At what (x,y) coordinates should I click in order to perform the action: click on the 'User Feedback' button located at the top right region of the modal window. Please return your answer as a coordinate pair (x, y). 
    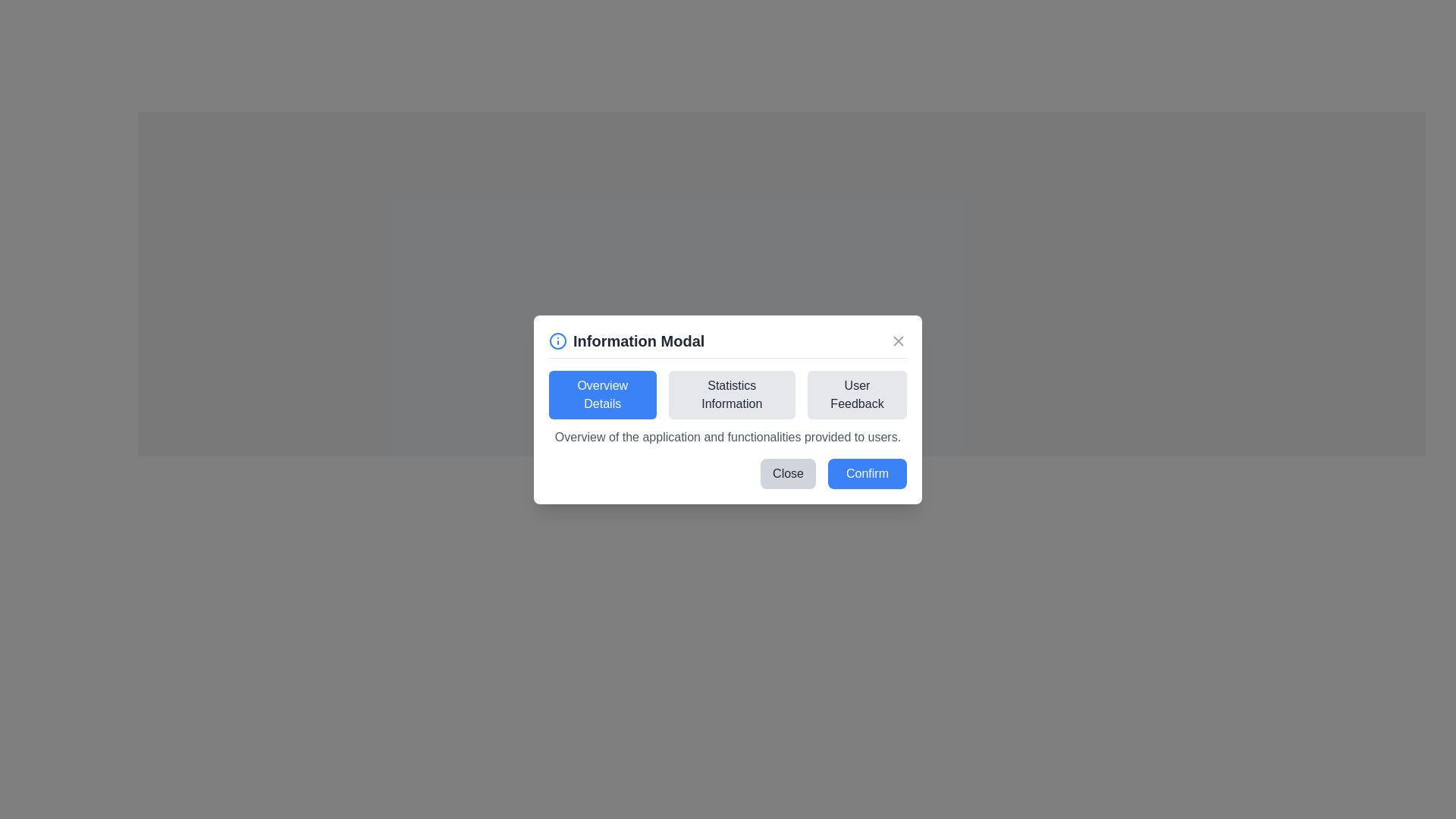
    Looking at the image, I should click on (857, 394).